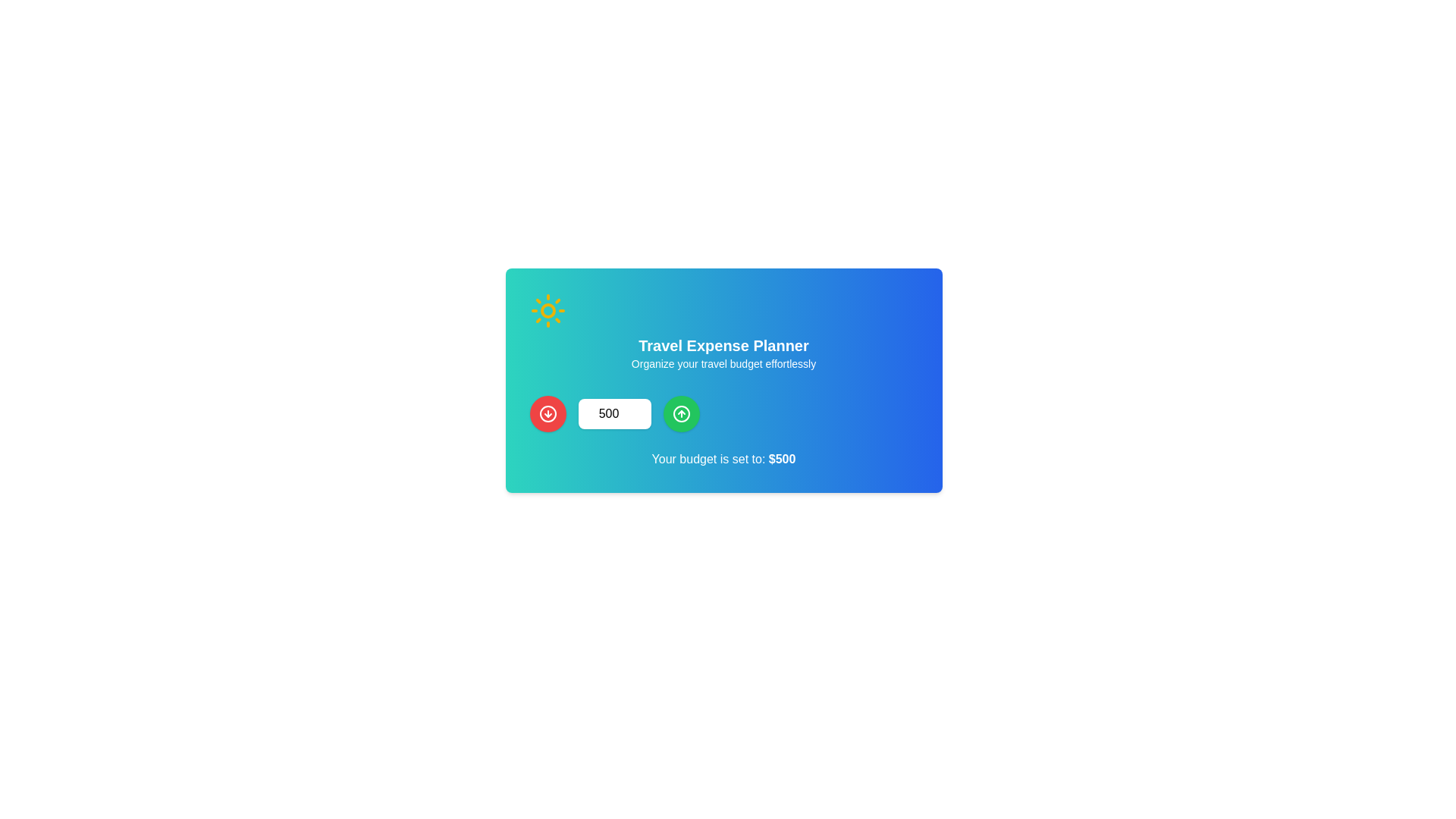 The height and width of the screenshot is (819, 1456). Describe the element at coordinates (547, 414) in the screenshot. I see `the circular red button with a white downward arrow located in the lower-left corner to decrease the value in the input field labeled '500'` at that location.